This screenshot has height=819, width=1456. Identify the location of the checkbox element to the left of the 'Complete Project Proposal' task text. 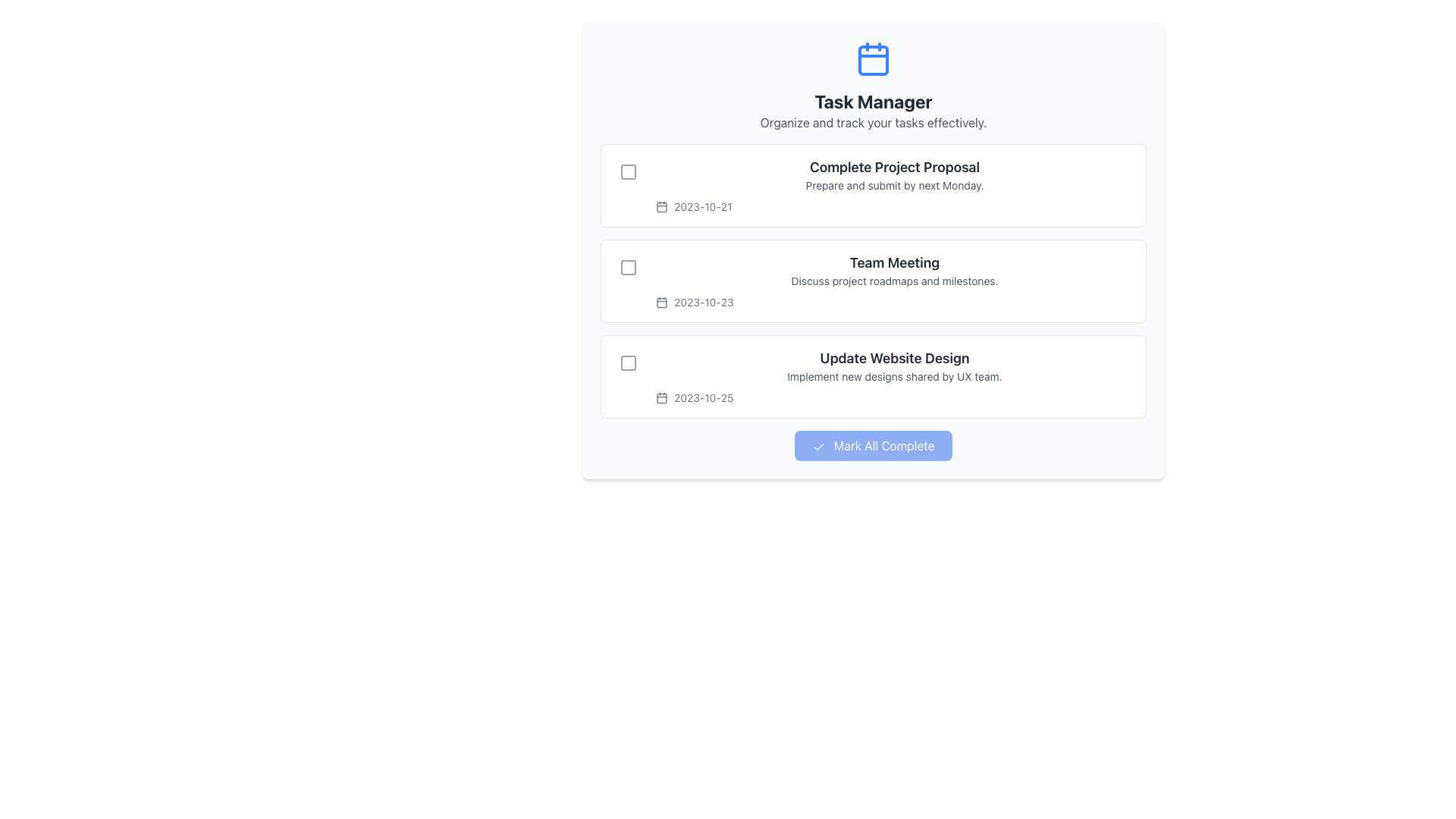
(629, 171).